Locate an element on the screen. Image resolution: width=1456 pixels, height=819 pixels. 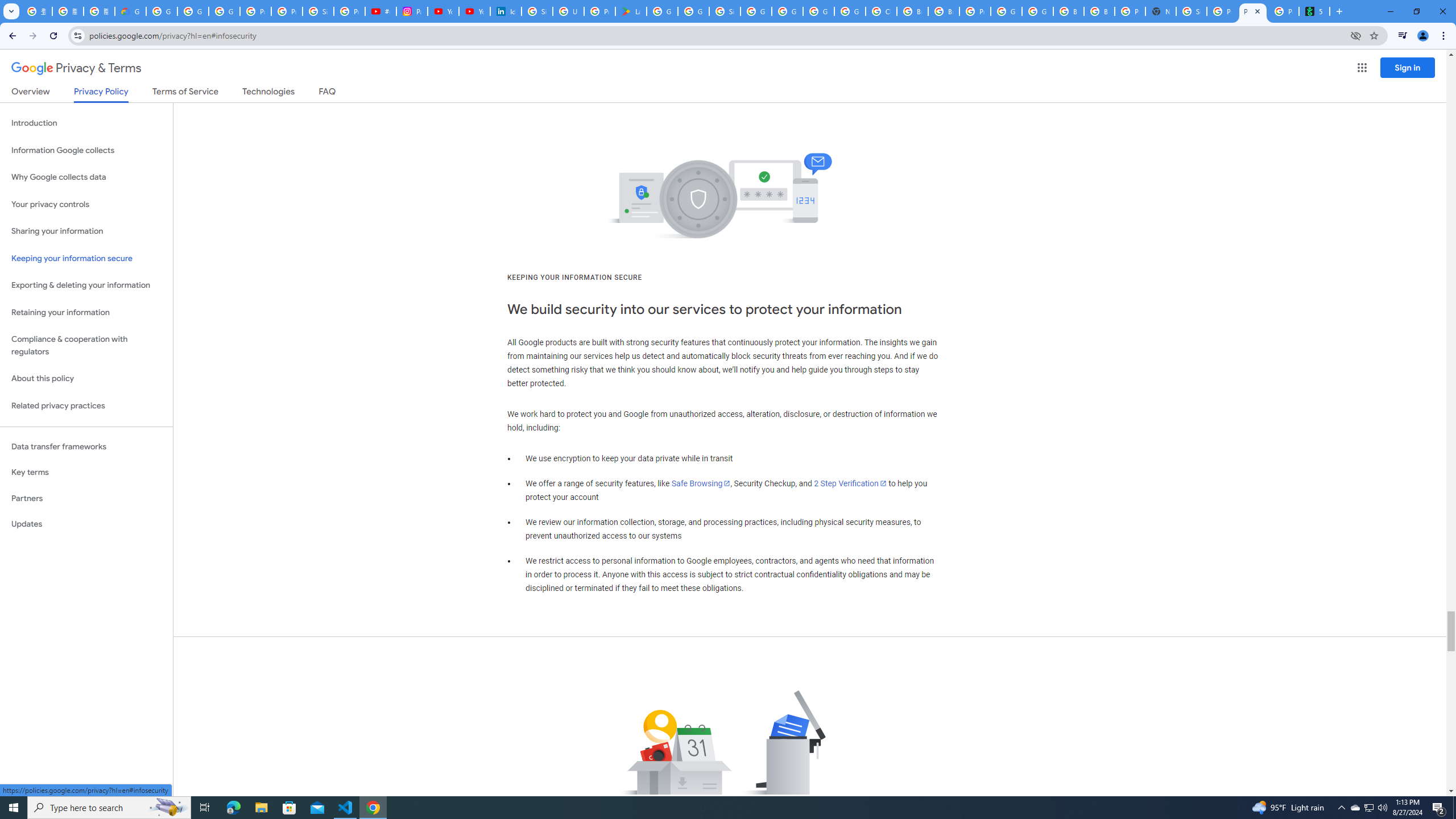
'Google Cloud Platform' is located at coordinates (1037, 11).